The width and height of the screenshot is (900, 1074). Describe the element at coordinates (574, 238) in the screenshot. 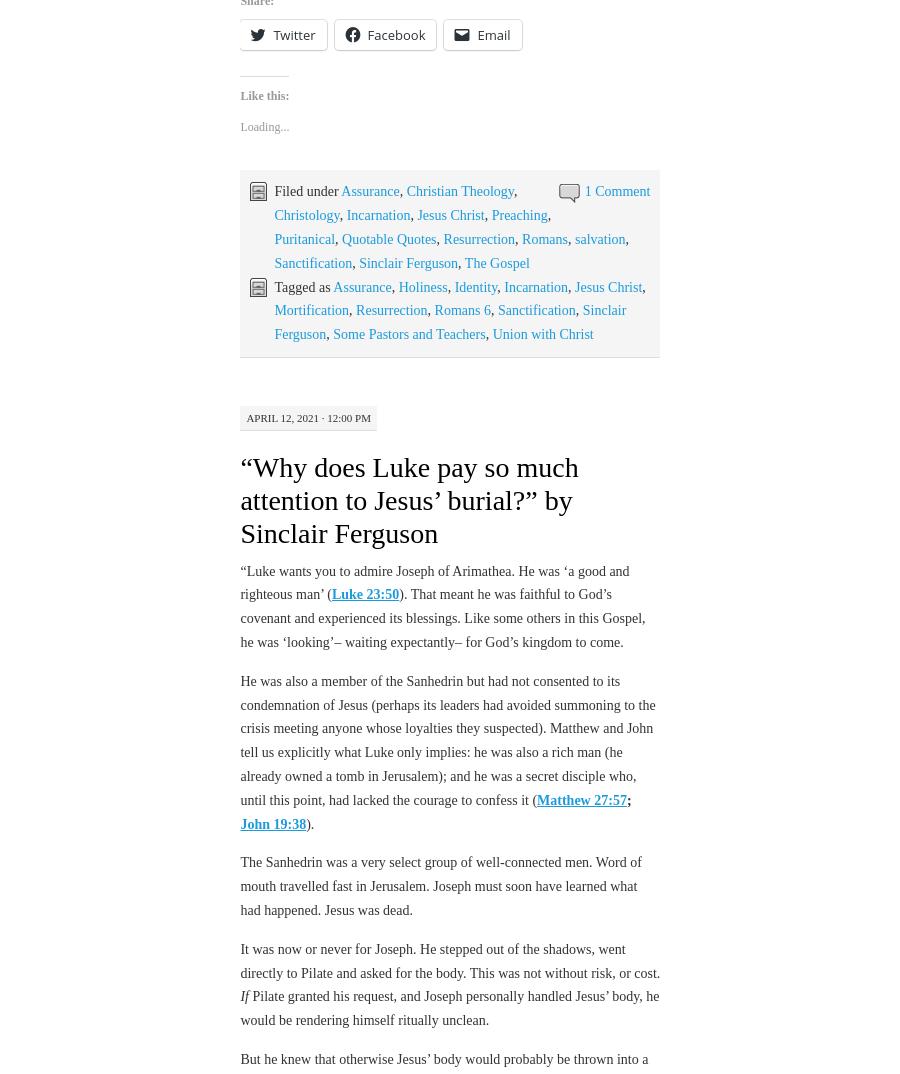

I see `'salvation'` at that location.